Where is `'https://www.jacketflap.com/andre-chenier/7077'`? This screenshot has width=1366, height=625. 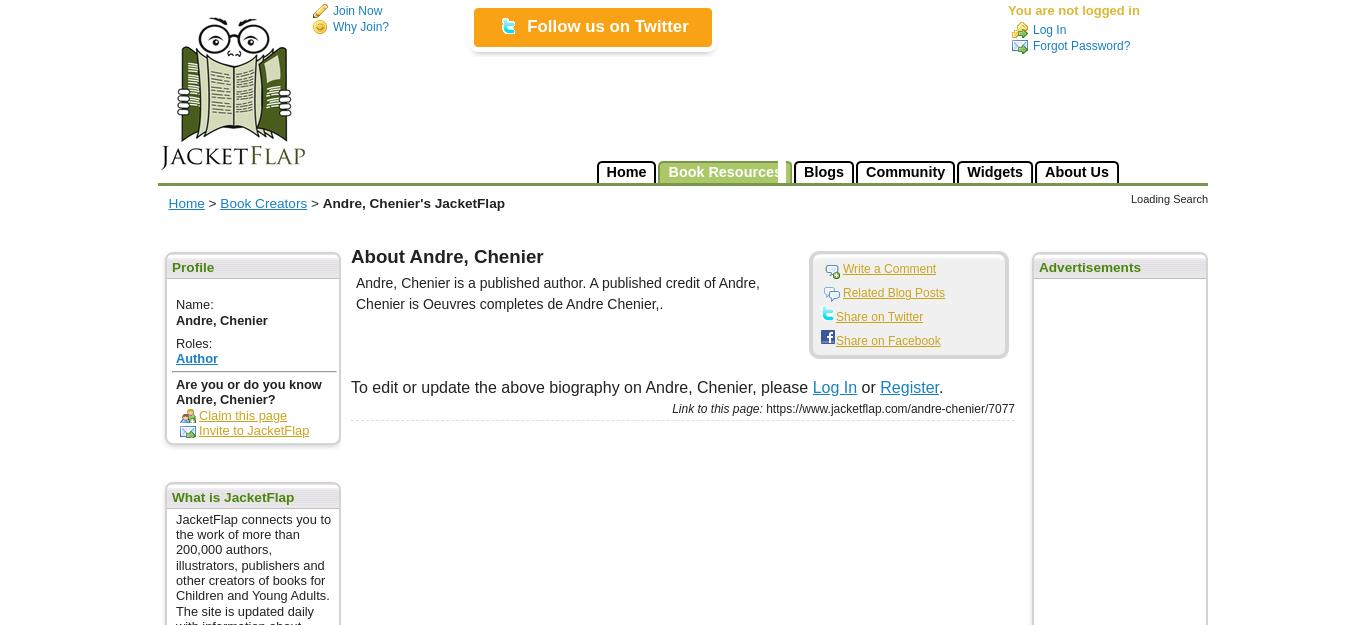 'https://www.jacketflap.com/andre-chenier/7077' is located at coordinates (887, 408).